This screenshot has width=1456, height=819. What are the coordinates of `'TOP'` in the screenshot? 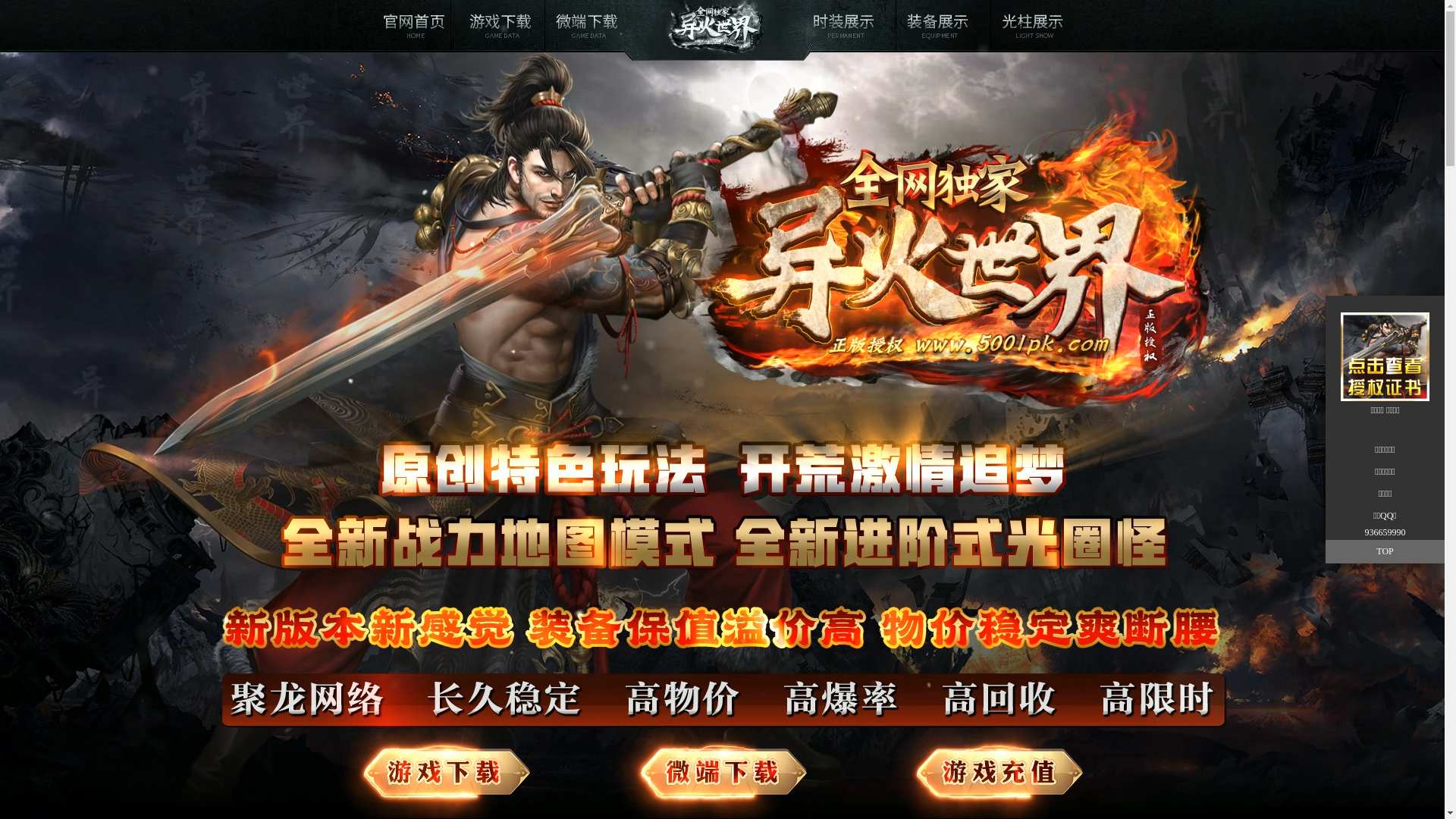 It's located at (1385, 551).